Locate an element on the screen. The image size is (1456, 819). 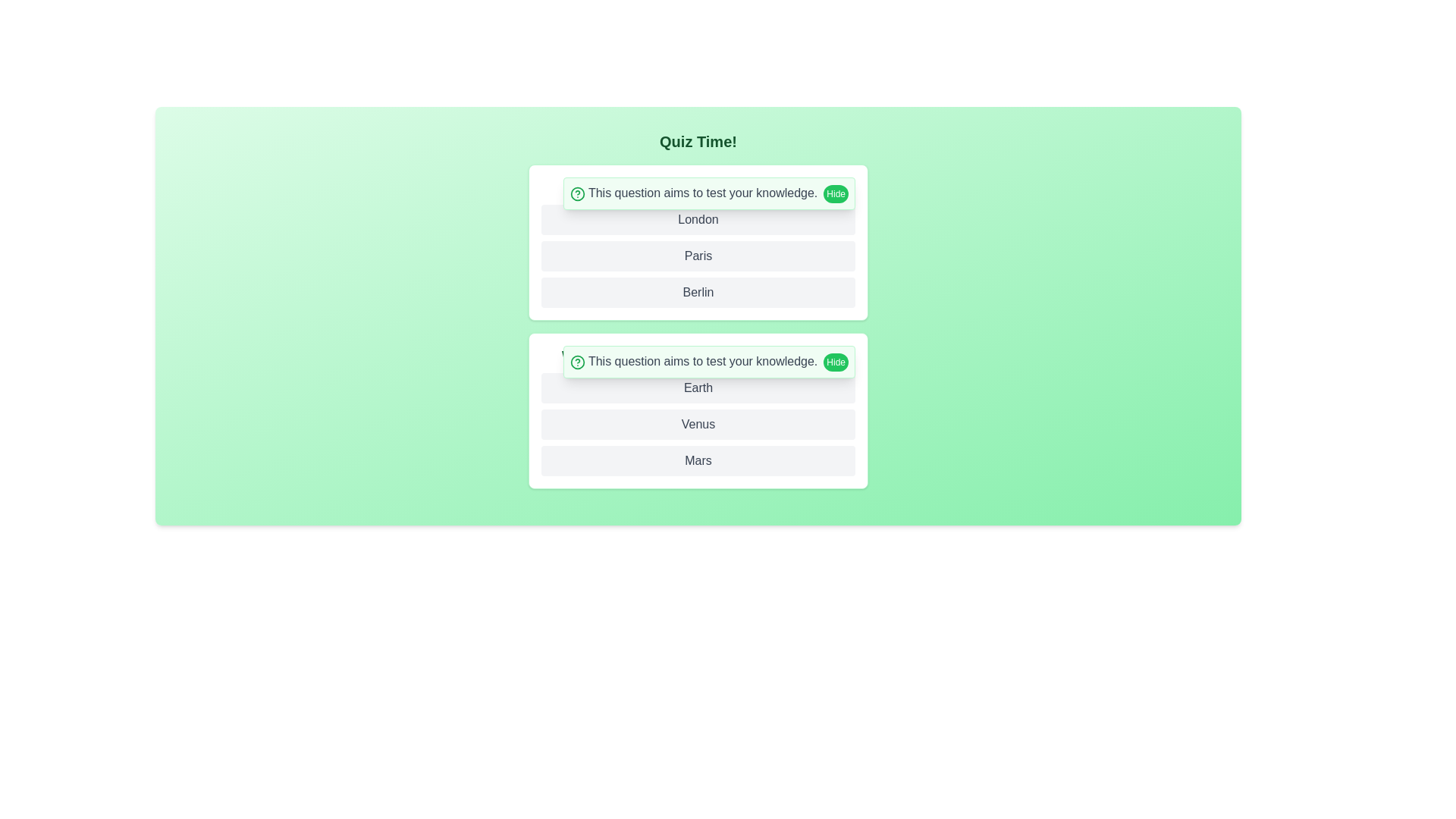
the third option button for the quiz question is located at coordinates (698, 460).